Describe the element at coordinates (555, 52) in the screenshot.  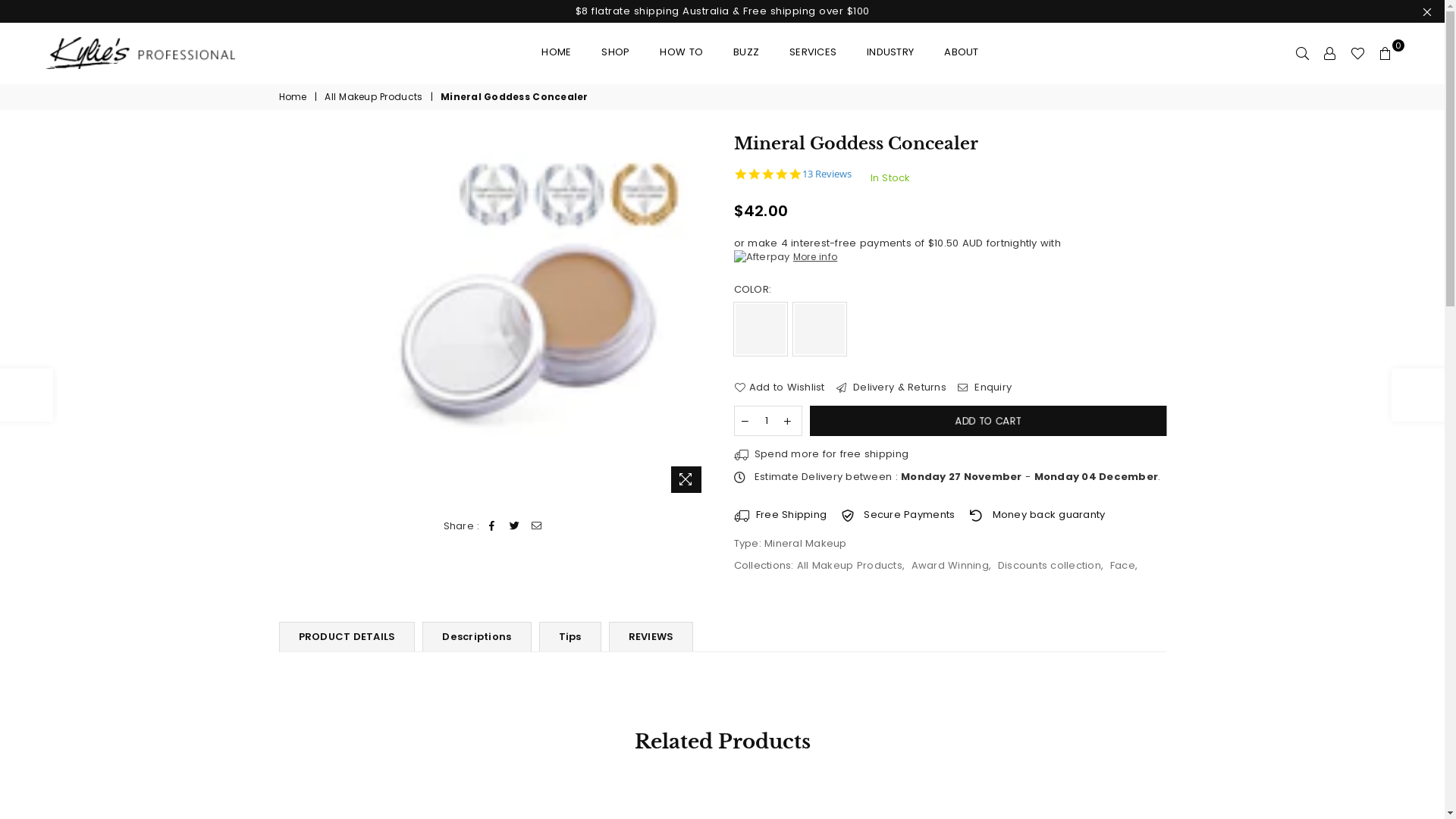
I see `'HOME'` at that location.